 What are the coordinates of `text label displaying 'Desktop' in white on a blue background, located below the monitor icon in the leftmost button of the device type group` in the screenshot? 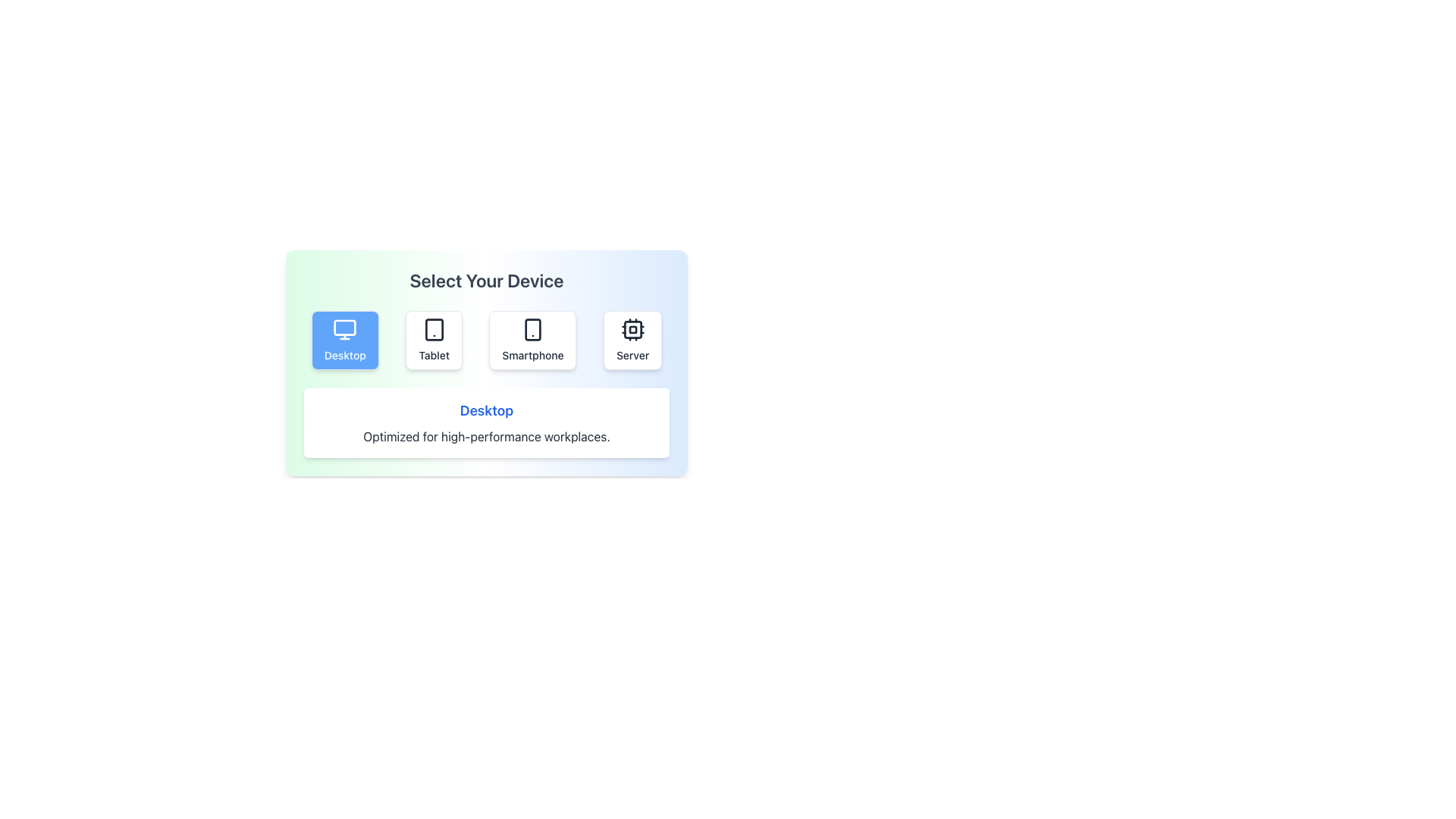 It's located at (344, 356).